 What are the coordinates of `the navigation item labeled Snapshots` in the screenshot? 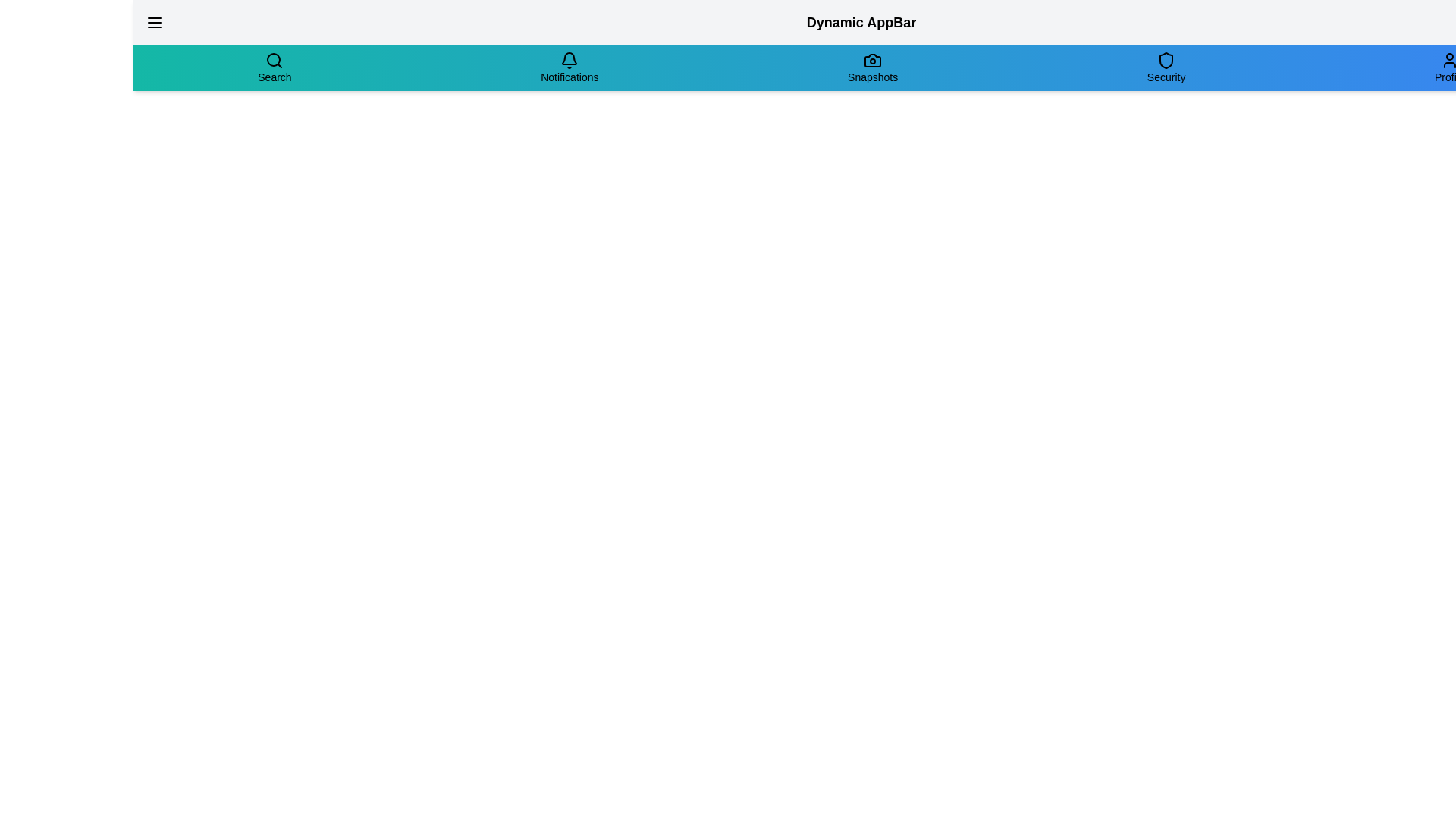 It's located at (873, 67).